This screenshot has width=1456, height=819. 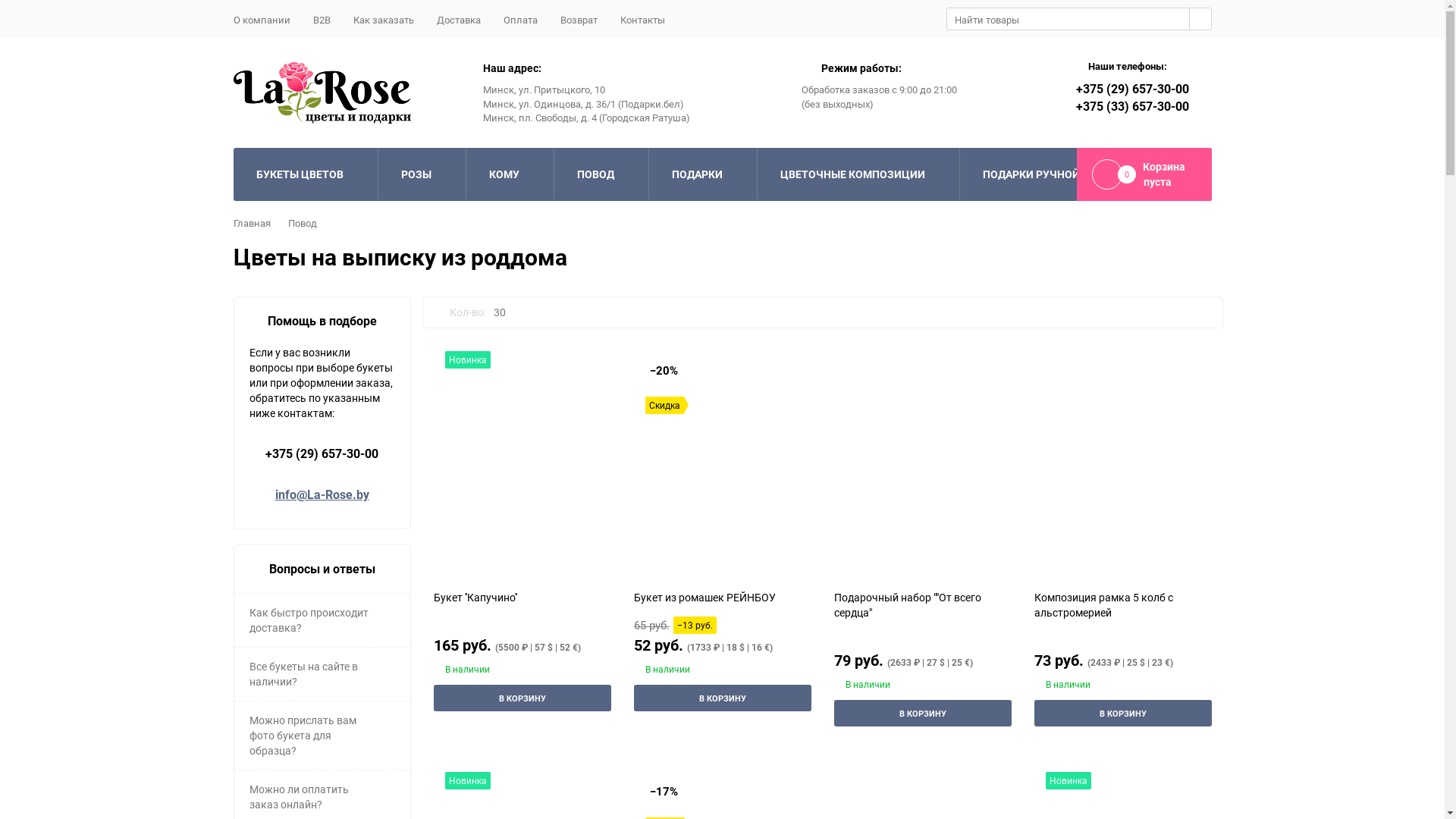 What do you see at coordinates (1131, 88) in the screenshot?
I see `'+375 (29) 657-30-00'` at bounding box center [1131, 88].